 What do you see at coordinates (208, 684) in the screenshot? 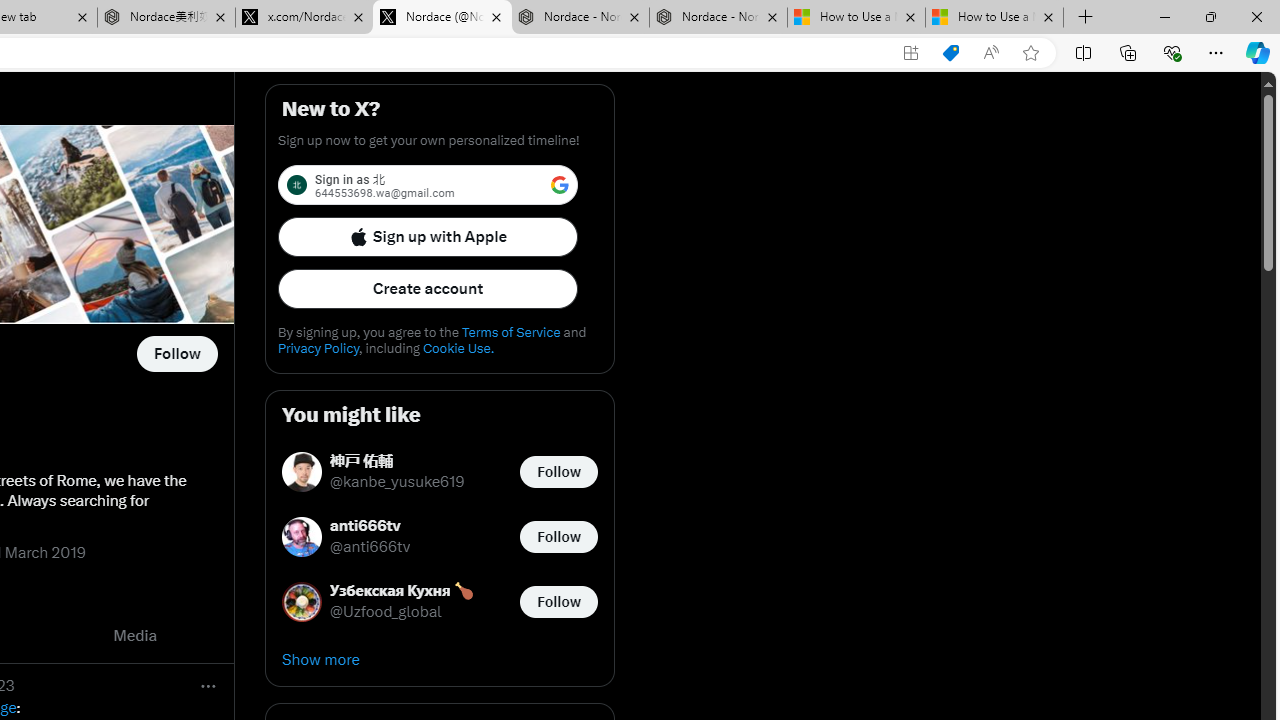
I see `'More'` at bounding box center [208, 684].